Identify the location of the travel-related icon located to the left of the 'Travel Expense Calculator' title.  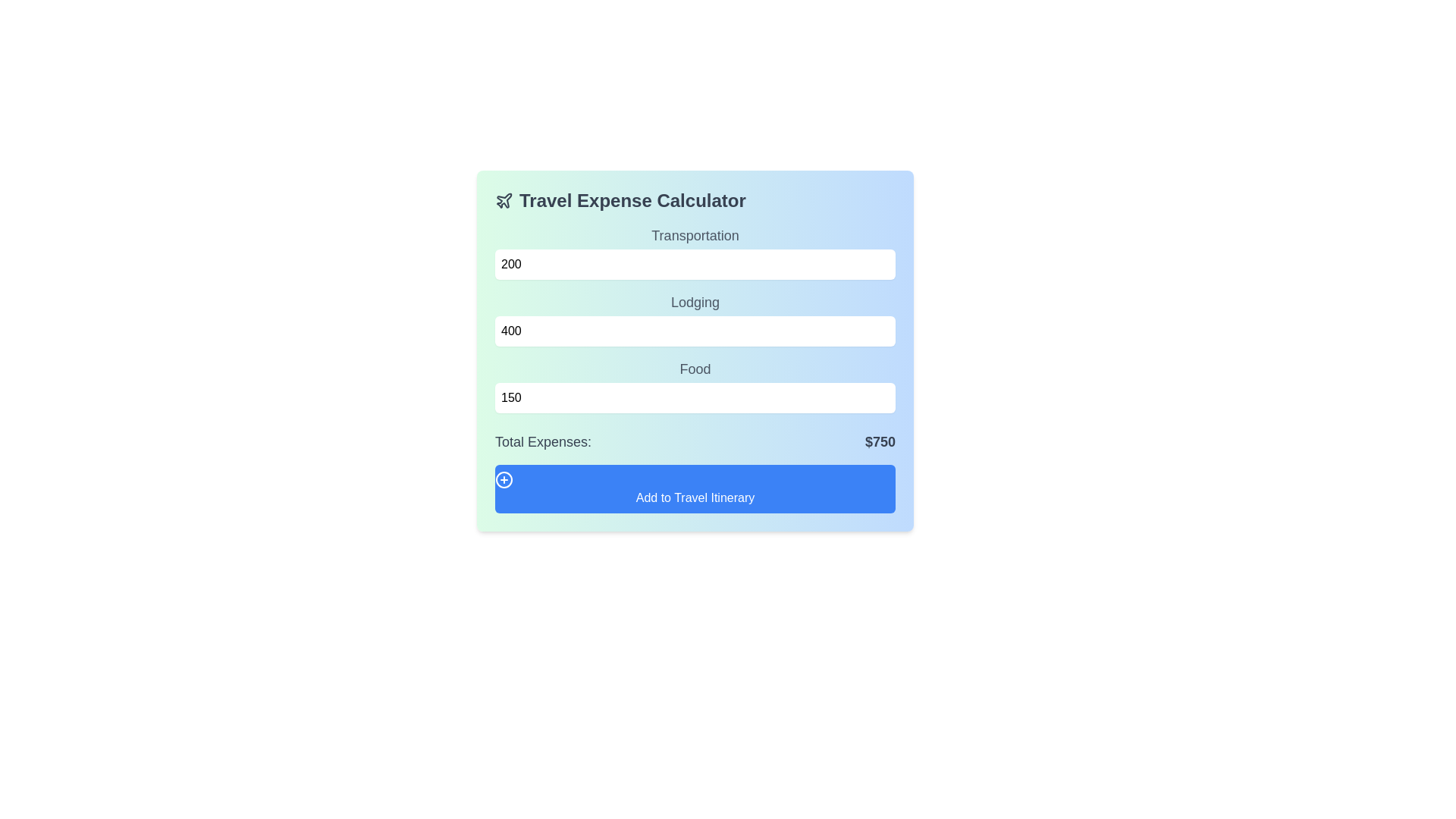
(504, 199).